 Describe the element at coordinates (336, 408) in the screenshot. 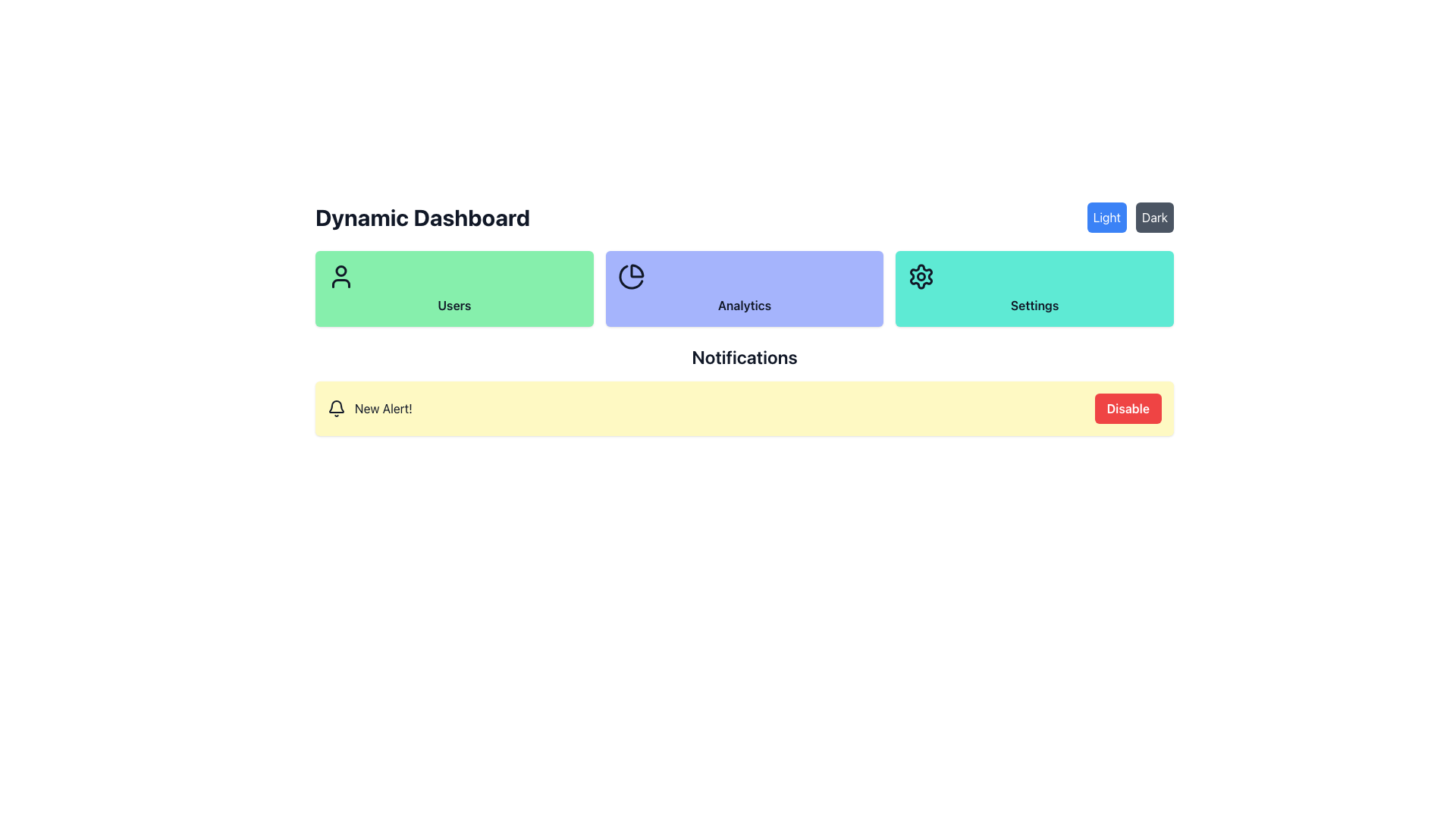

I see `the notification icon that visually indicates an alert, located in the yellow alert section below the 'Notifications' header` at that location.